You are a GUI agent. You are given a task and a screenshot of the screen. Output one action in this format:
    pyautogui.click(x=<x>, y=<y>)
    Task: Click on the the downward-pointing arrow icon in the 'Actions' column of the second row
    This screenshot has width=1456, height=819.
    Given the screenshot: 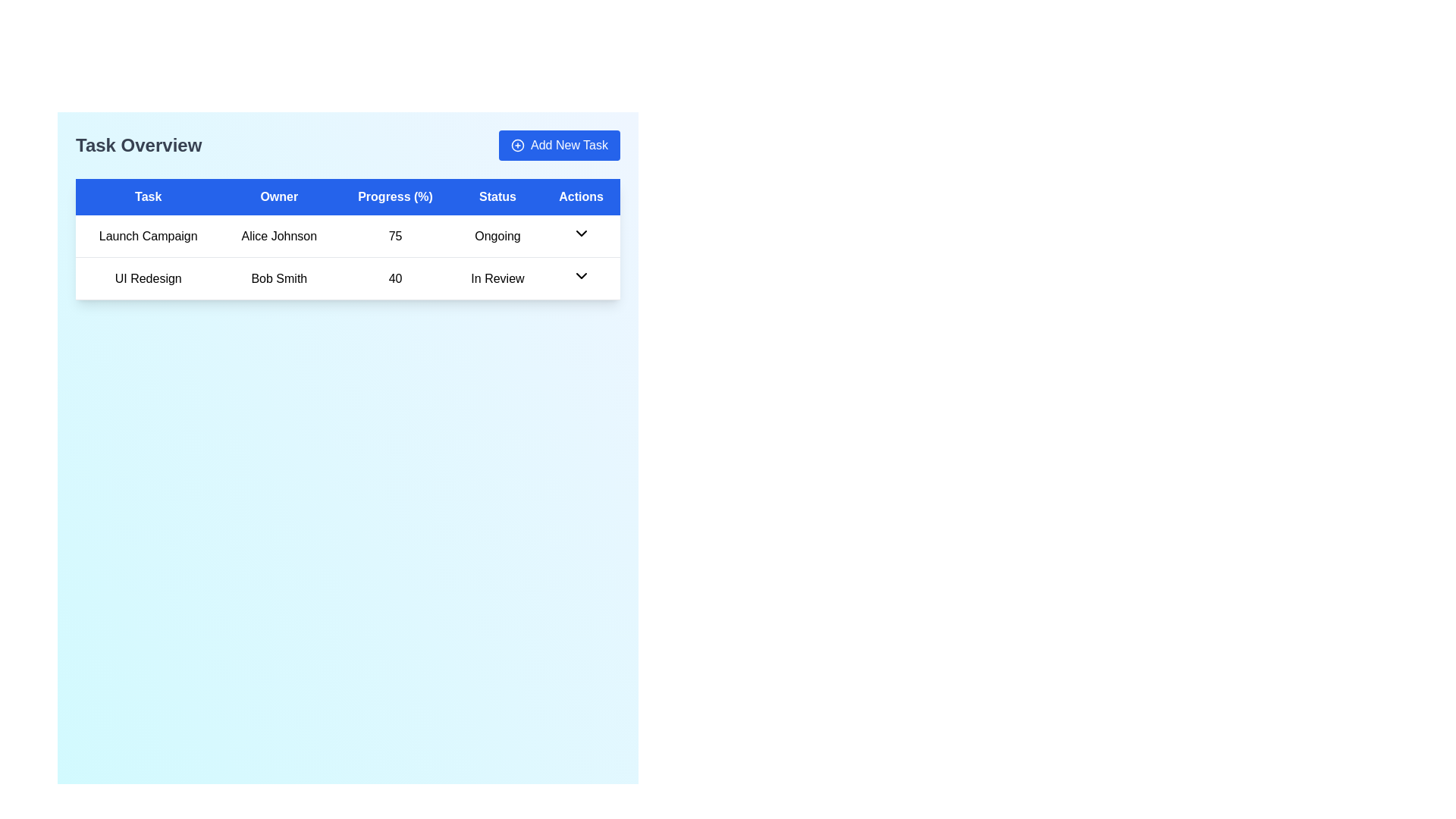 What is the action you would take?
    pyautogui.click(x=580, y=278)
    